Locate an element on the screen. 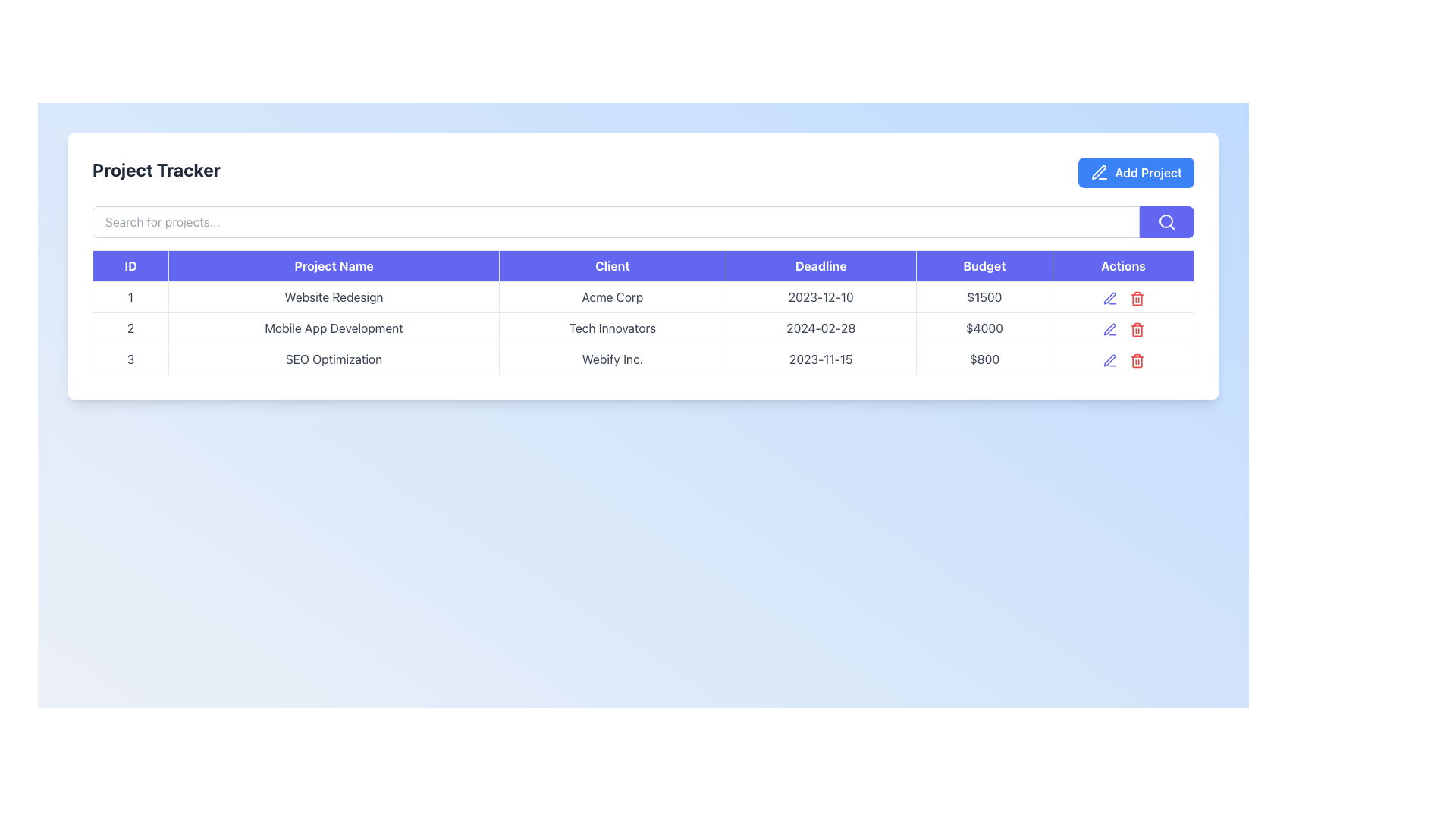 The image size is (1456, 819). the red-colored trash can icon located is located at coordinates (1137, 328).